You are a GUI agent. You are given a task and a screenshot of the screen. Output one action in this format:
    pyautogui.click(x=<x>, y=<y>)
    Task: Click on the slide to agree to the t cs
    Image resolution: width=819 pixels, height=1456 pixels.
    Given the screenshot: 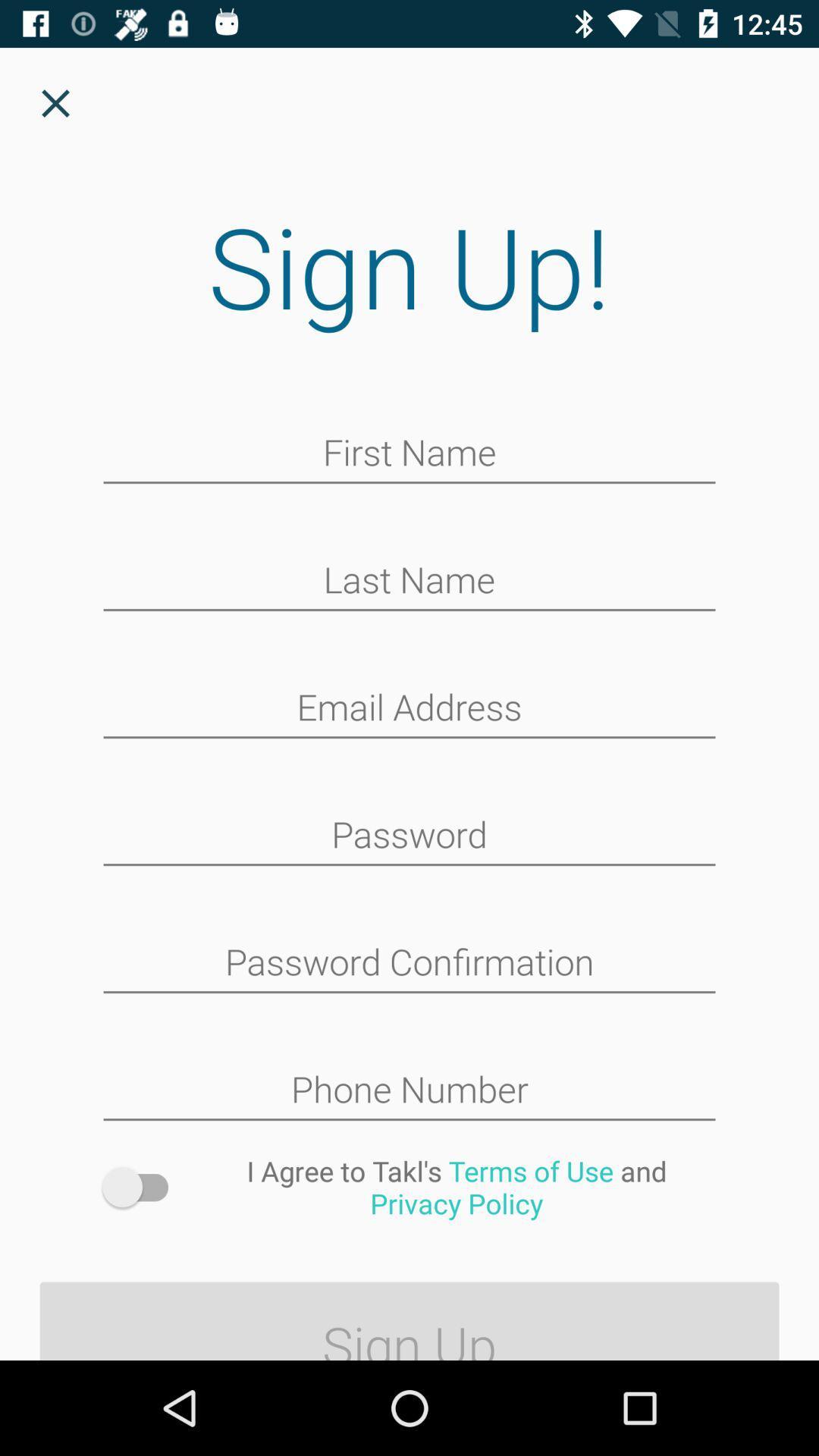 What is the action you would take?
    pyautogui.click(x=143, y=1186)
    